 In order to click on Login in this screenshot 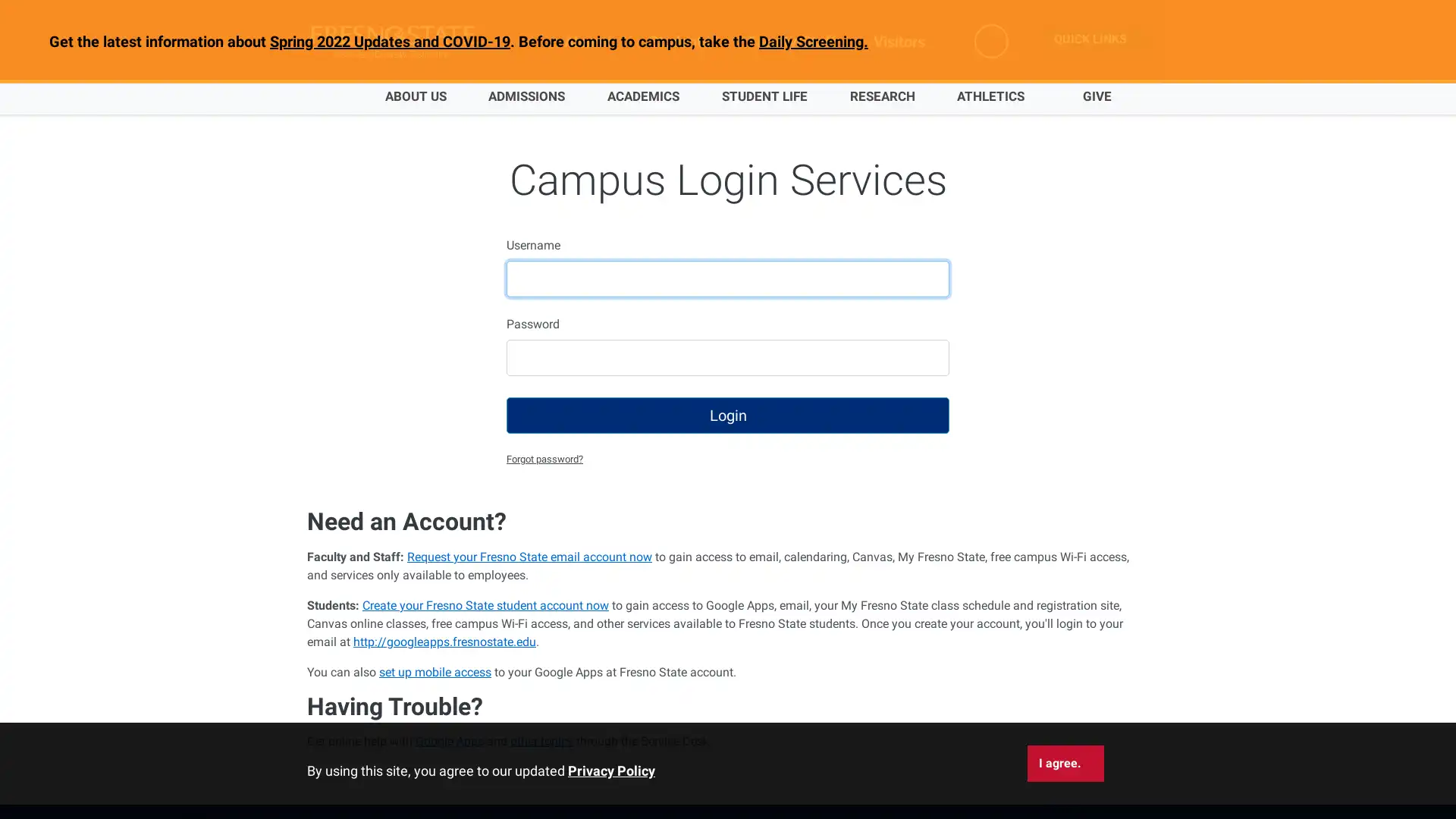, I will do `click(728, 415)`.